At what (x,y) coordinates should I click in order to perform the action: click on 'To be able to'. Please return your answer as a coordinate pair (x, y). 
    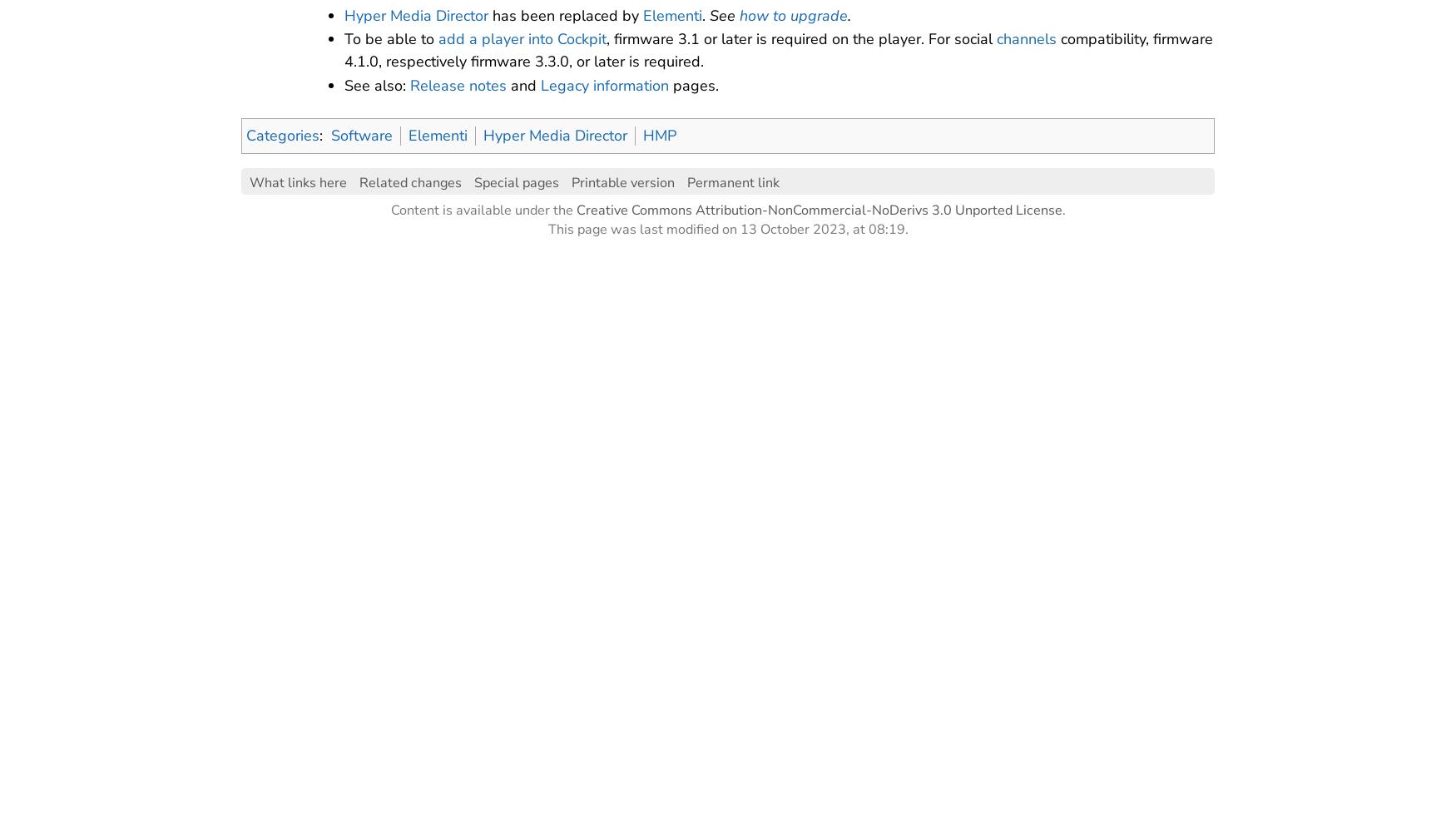
    Looking at the image, I should click on (343, 39).